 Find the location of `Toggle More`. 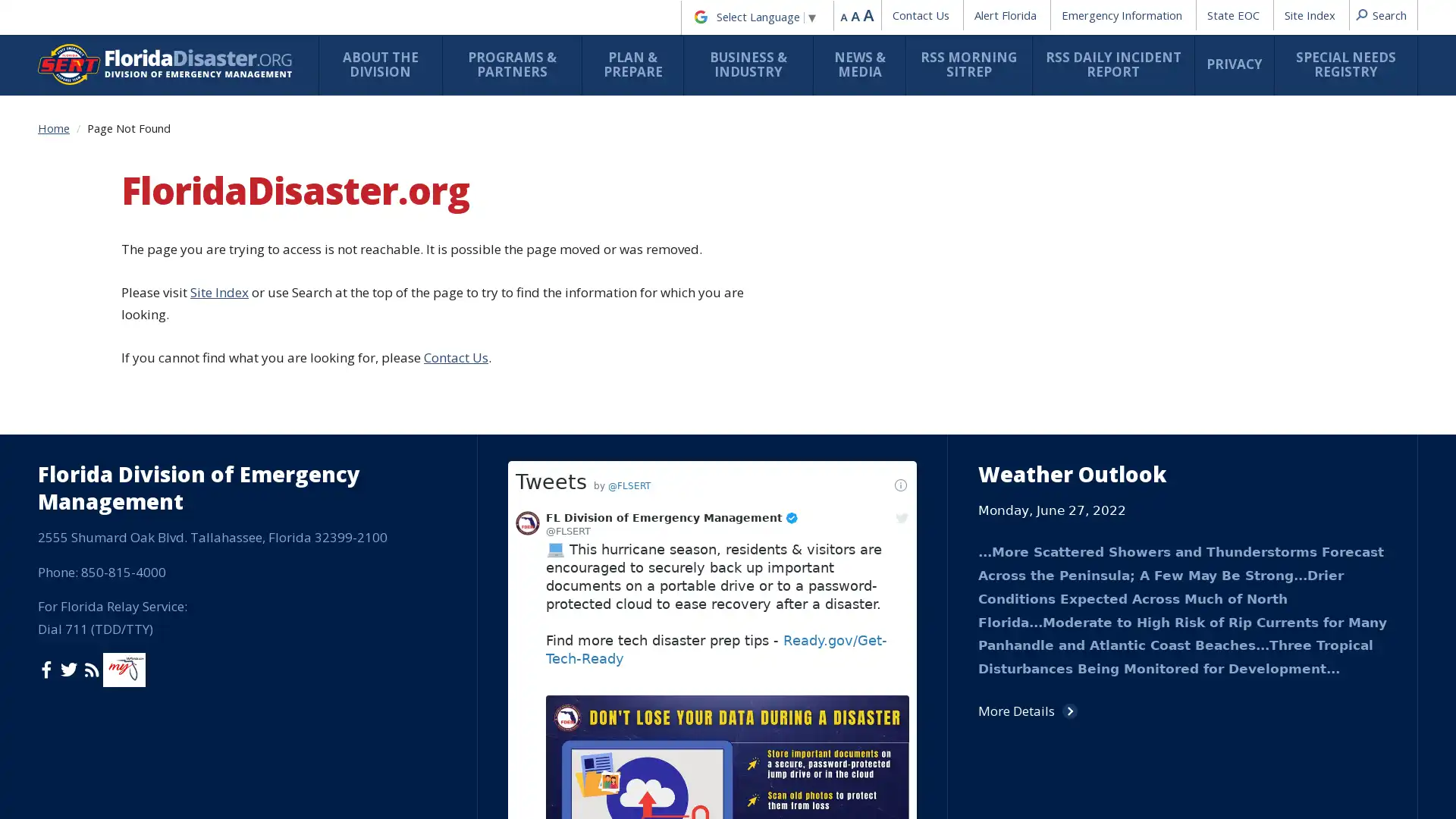

Toggle More is located at coordinates (455, 287).